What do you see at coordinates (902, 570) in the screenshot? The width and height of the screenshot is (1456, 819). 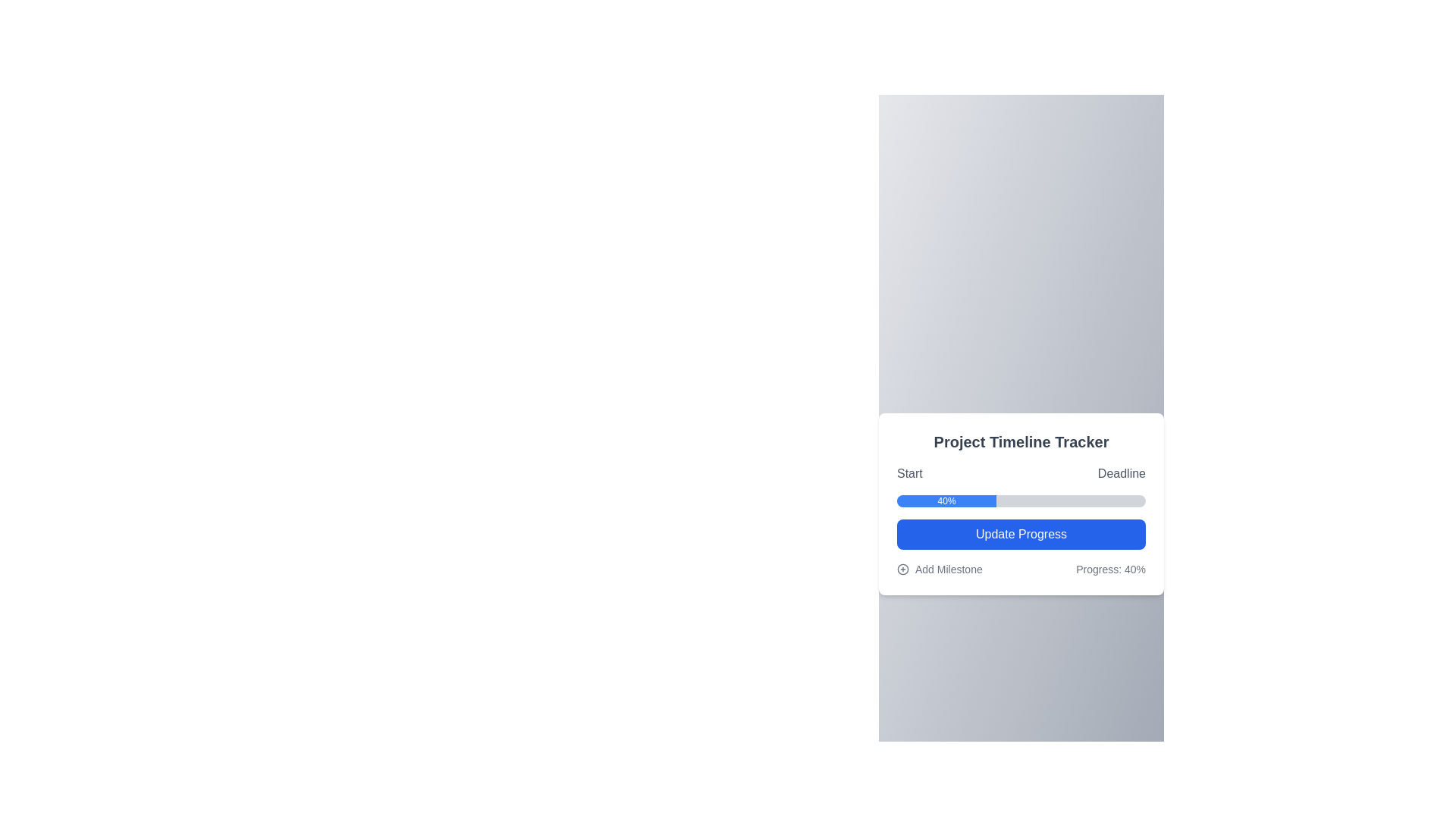 I see `the Circular SVG graphic element which represents a circular shape and is located adjacent to the 'Add Milestone' text` at bounding box center [902, 570].